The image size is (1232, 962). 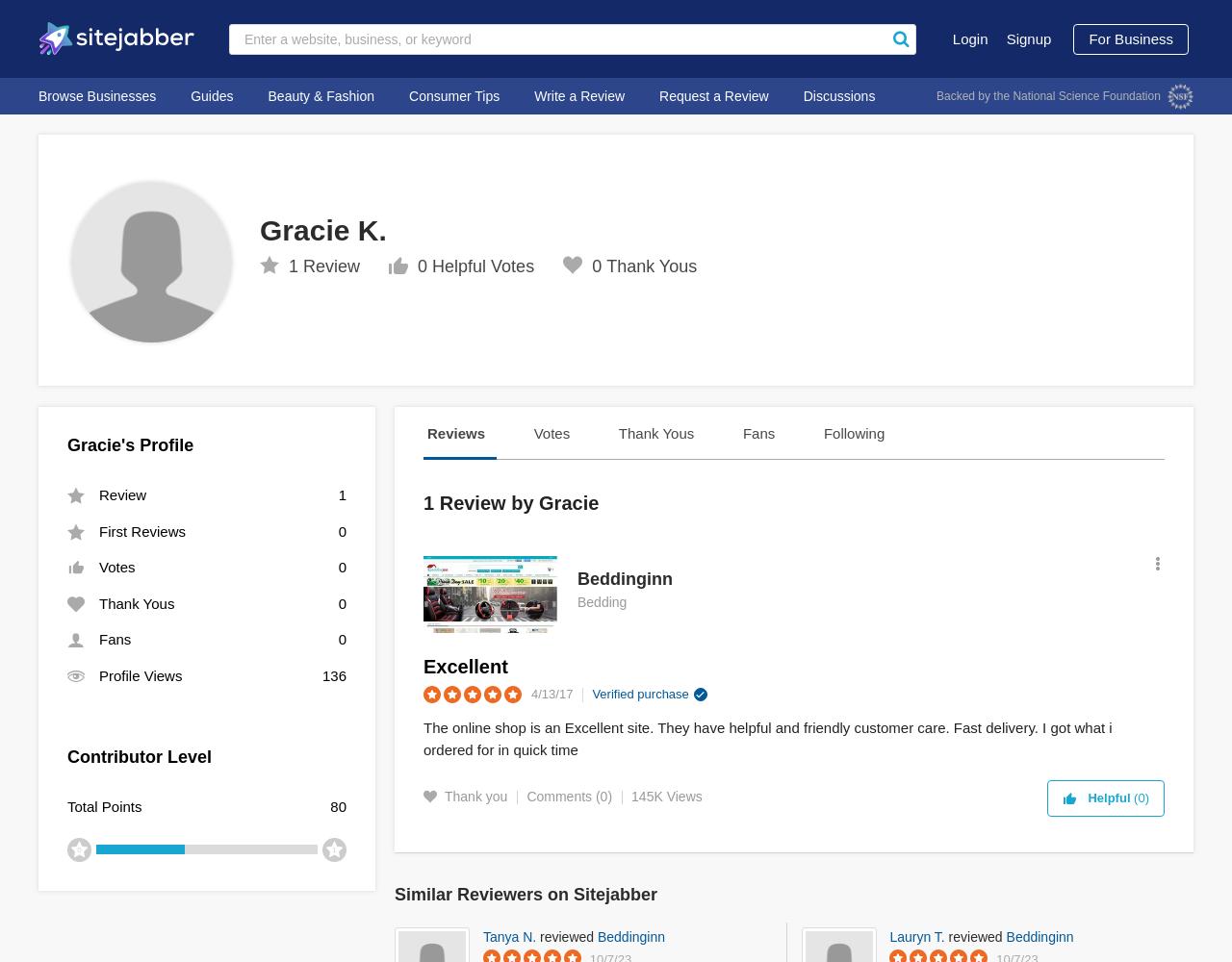 What do you see at coordinates (712, 95) in the screenshot?
I see `'Request a Review'` at bounding box center [712, 95].